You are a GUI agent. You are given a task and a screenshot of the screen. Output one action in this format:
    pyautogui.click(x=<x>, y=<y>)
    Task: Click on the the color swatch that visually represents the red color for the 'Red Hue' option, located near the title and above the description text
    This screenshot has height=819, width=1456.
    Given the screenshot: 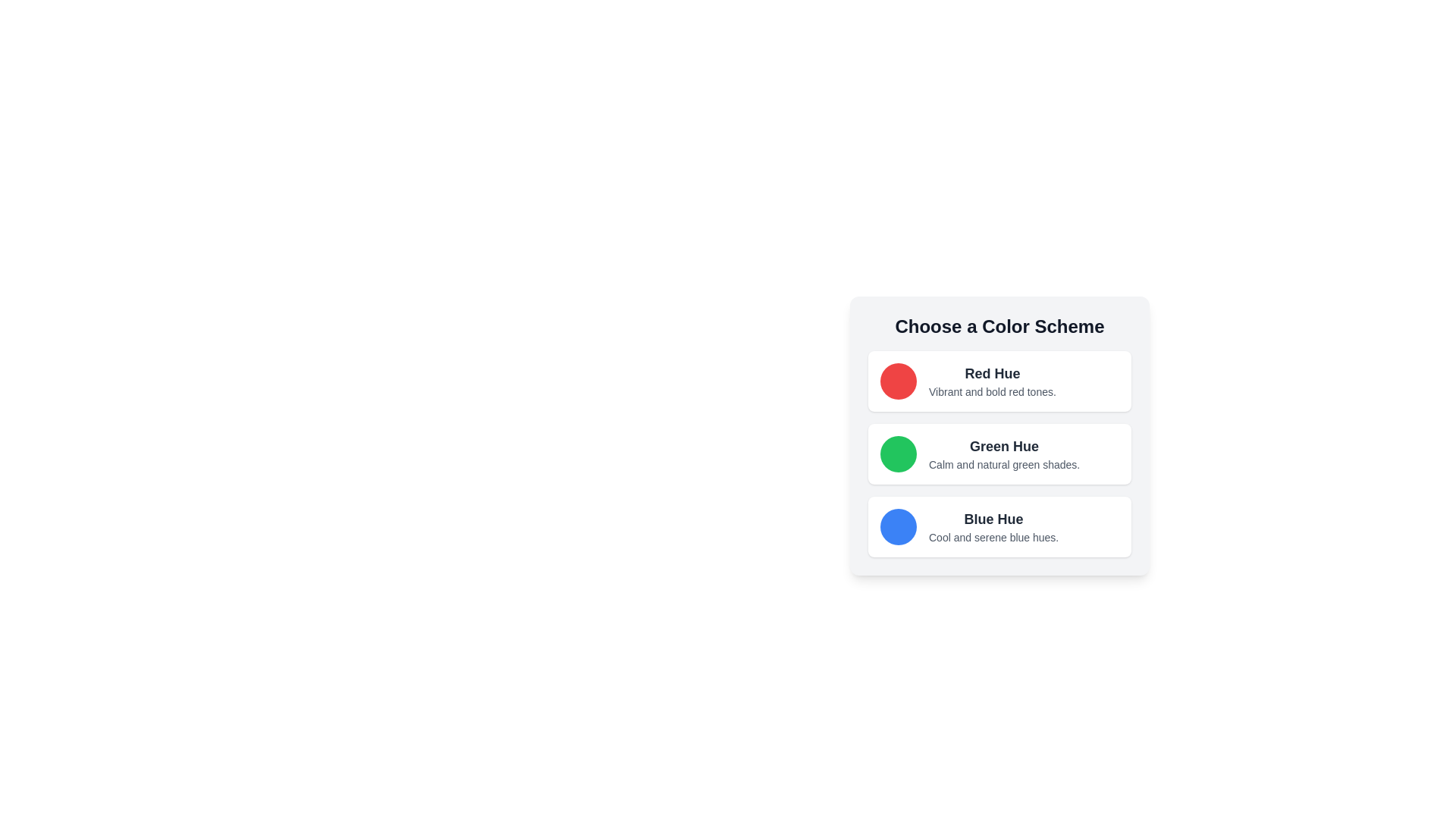 What is the action you would take?
    pyautogui.click(x=899, y=380)
    